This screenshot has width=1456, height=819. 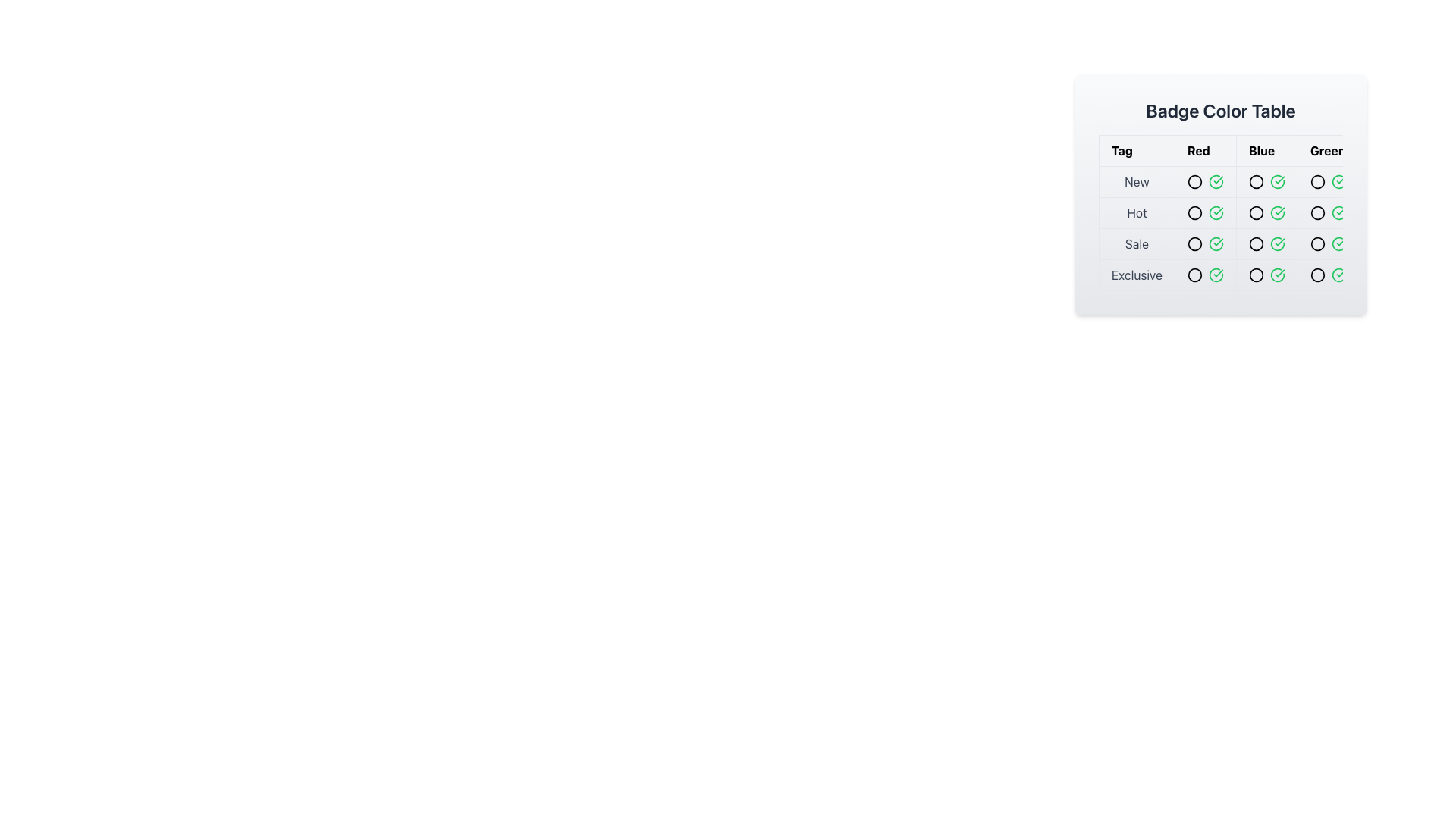 I want to click on the icon group in the 'Badge Color Table' located in the second row labeled 'Hot' under the column 'Red', so click(x=1204, y=213).